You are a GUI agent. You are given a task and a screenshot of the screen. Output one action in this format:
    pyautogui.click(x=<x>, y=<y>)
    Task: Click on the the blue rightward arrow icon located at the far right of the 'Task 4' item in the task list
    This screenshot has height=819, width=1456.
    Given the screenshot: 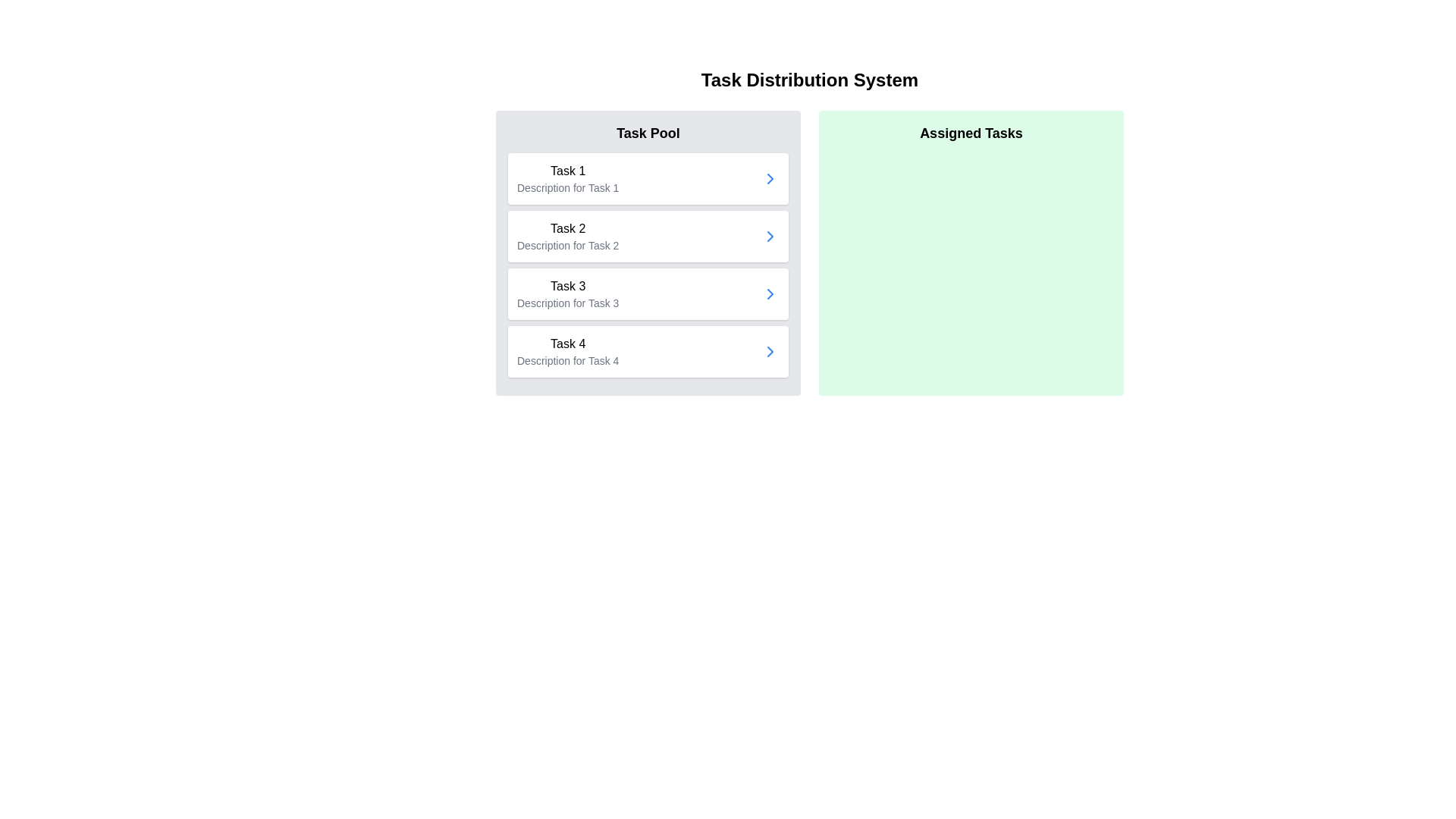 What is the action you would take?
    pyautogui.click(x=770, y=351)
    